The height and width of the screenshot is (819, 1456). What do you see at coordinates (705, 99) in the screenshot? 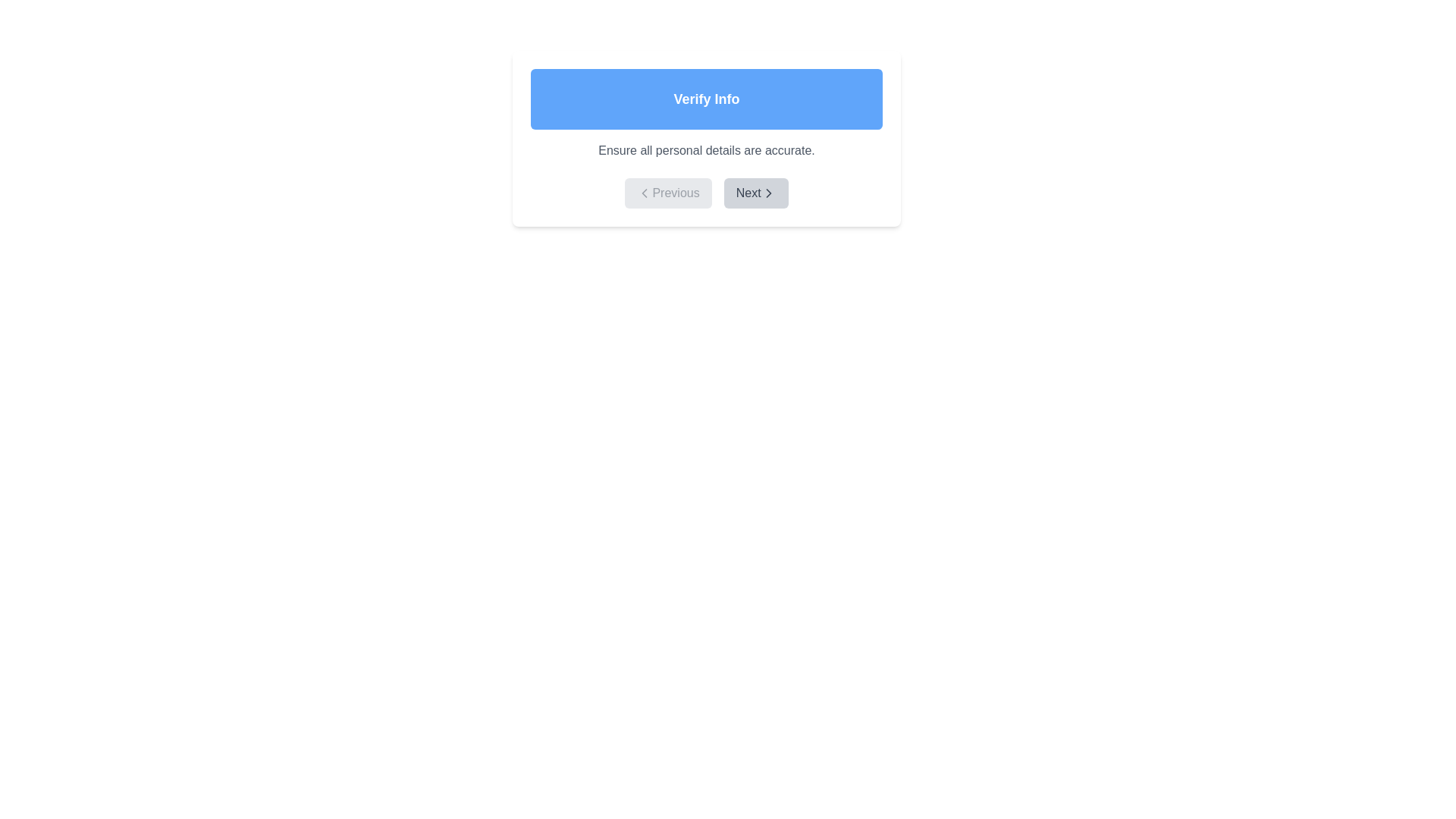
I see `the rectangular button with rounded corners labeled 'Verify Info' to observe any hover effects` at bounding box center [705, 99].